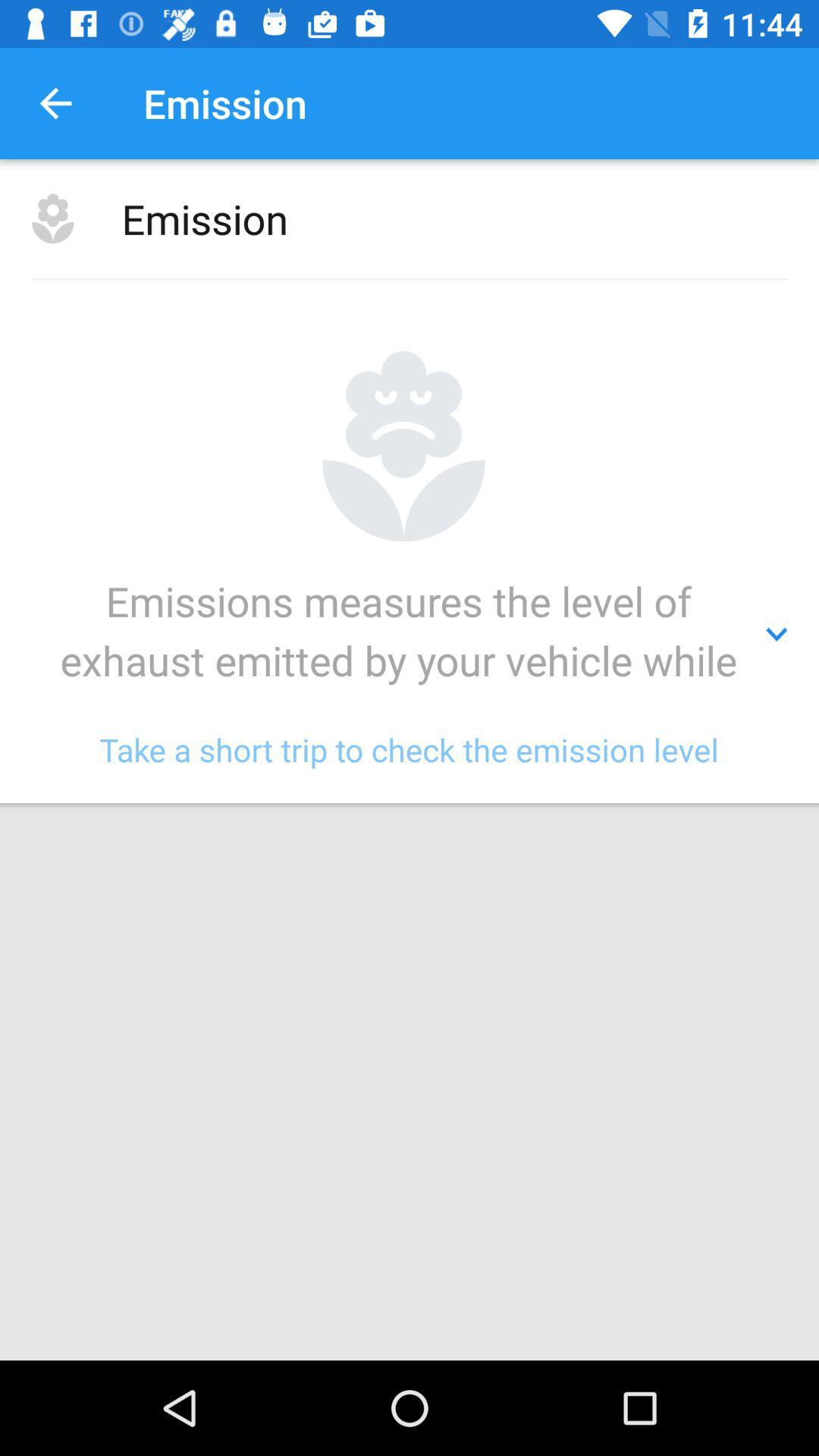  Describe the element at coordinates (55, 102) in the screenshot. I see `item to the left of emission icon` at that location.